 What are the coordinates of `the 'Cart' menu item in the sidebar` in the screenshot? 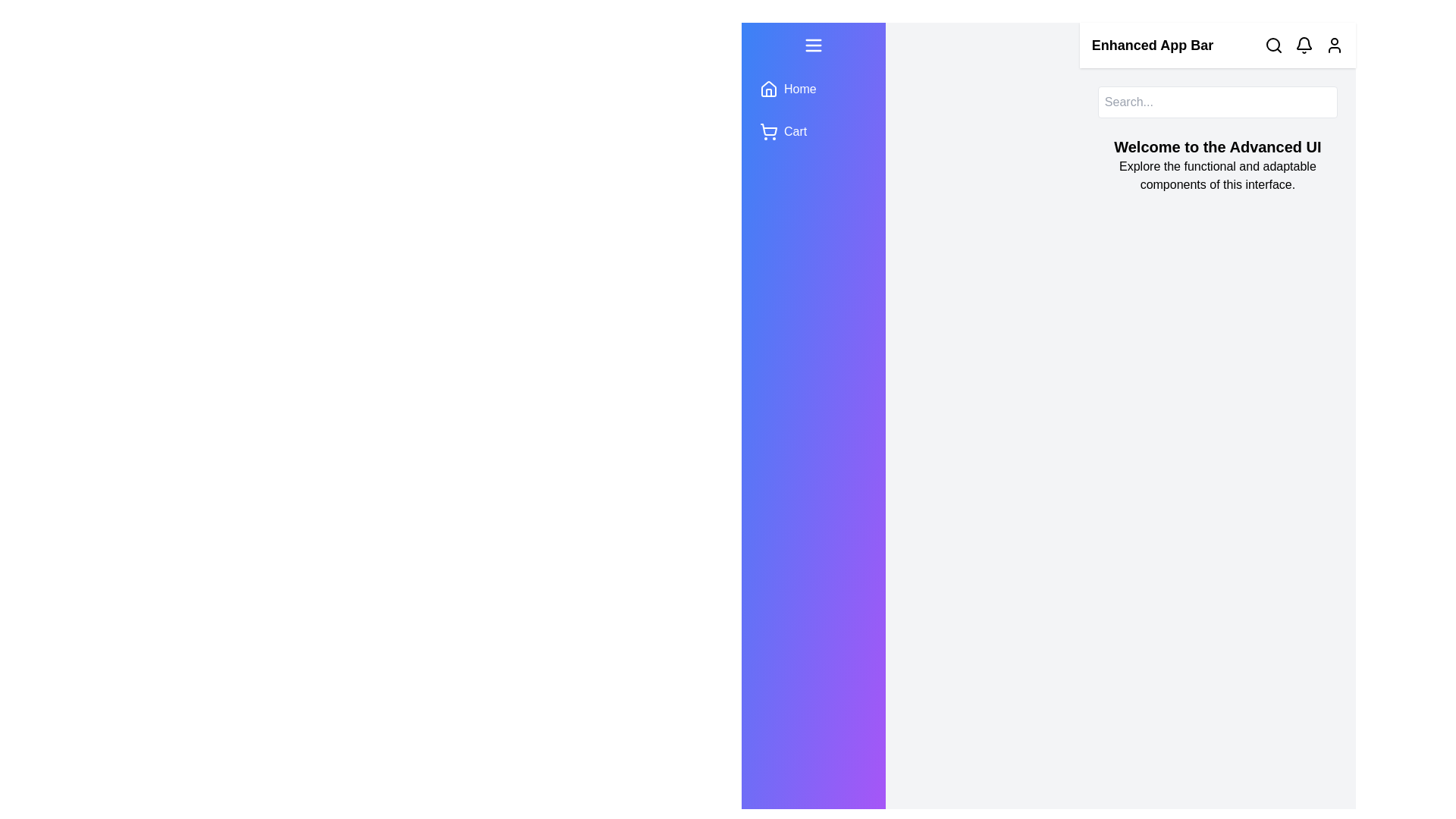 It's located at (812, 130).